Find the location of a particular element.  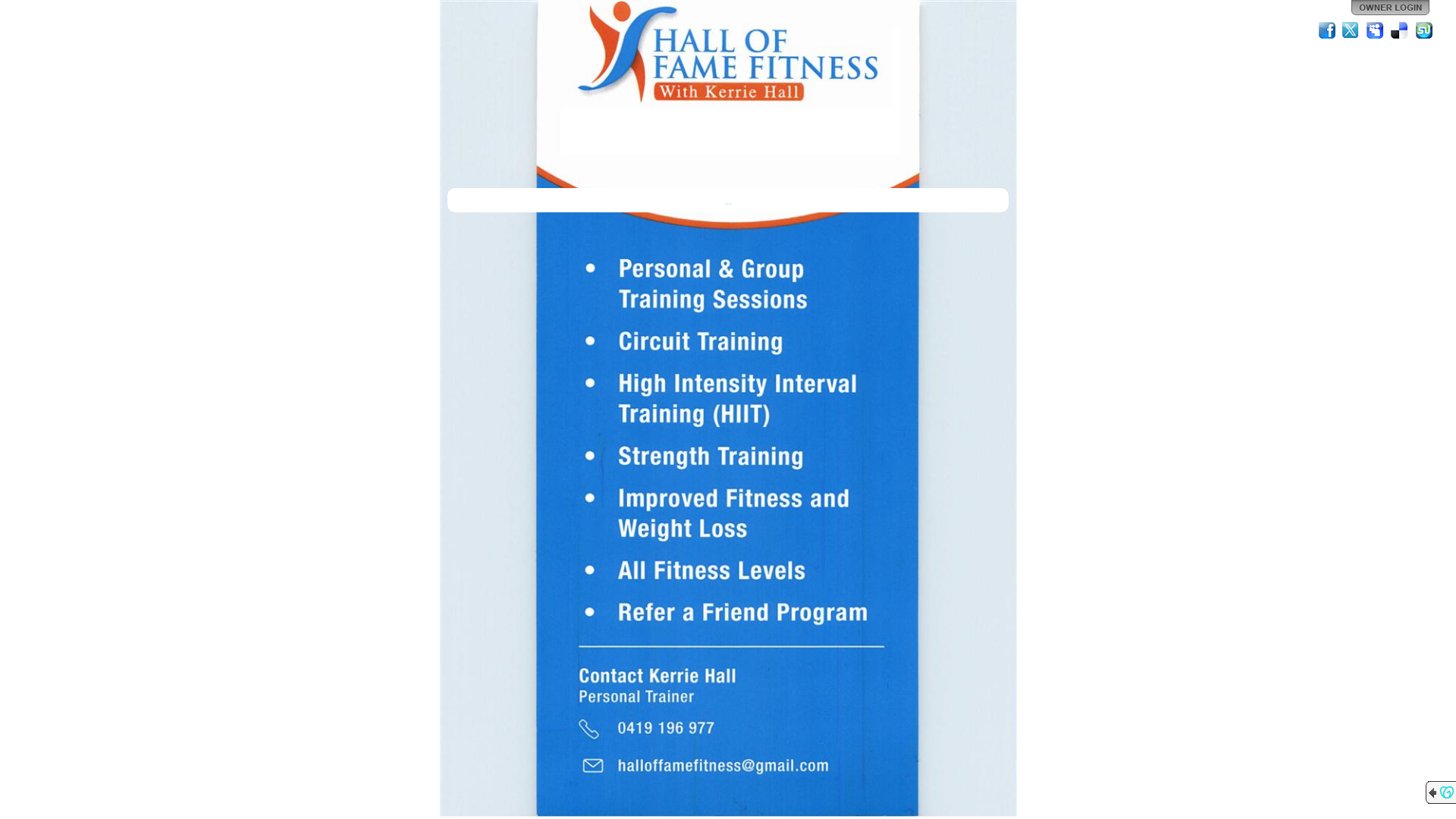

'MySpace' is located at coordinates (1365, 30).